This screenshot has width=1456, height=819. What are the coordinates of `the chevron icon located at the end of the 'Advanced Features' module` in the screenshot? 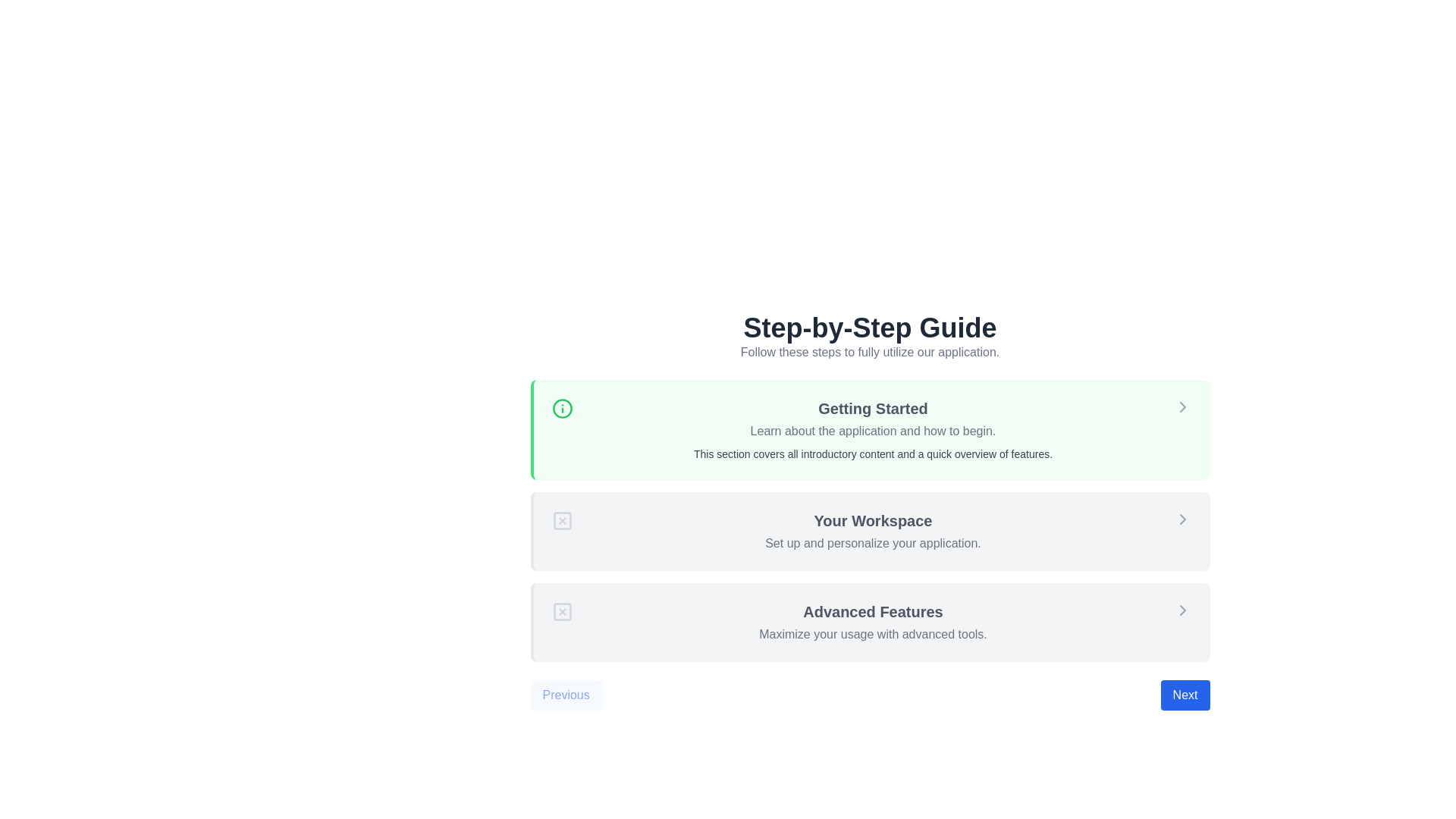 It's located at (1181, 610).